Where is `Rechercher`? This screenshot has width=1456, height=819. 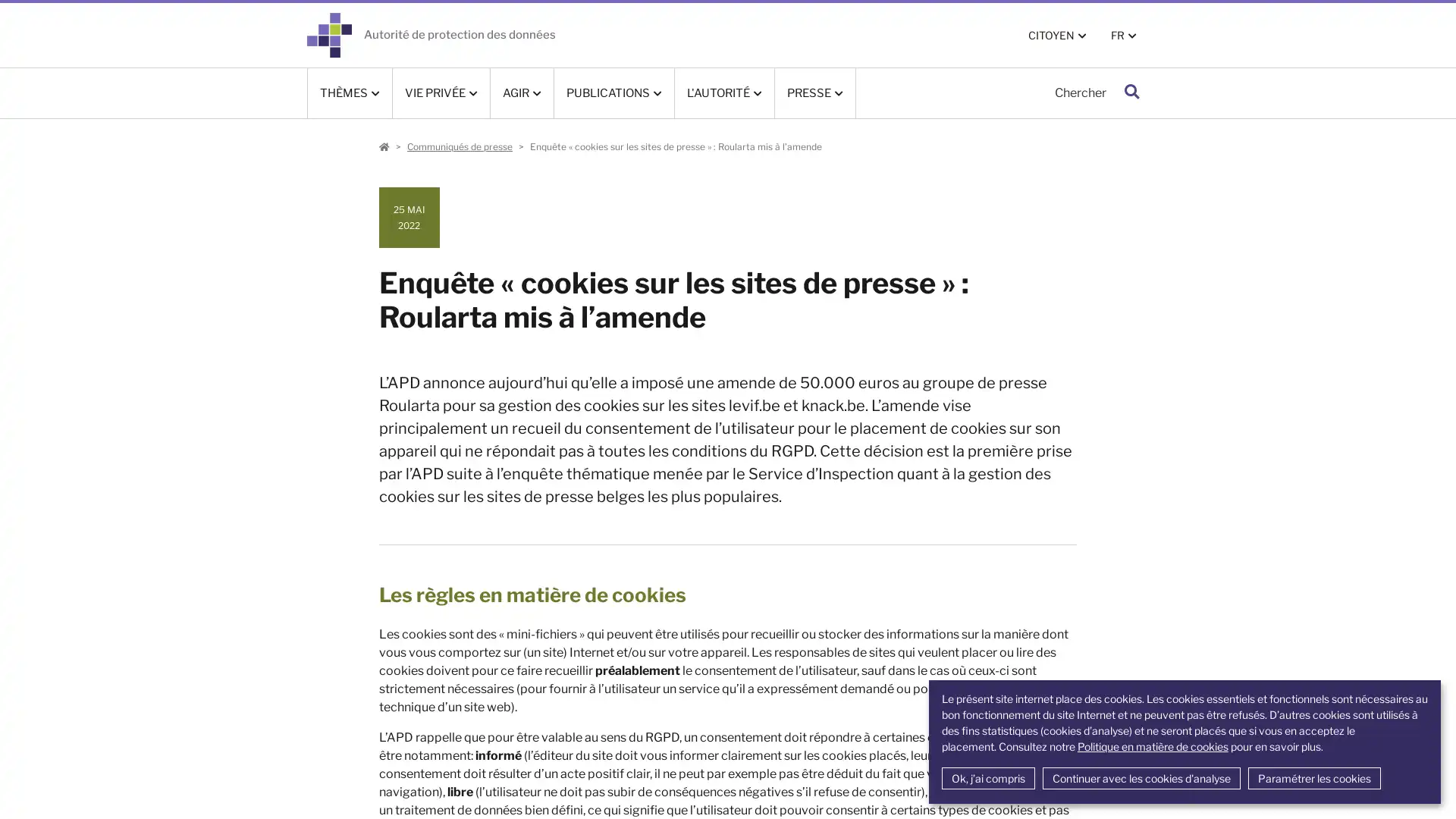 Rechercher is located at coordinates (1131, 93).